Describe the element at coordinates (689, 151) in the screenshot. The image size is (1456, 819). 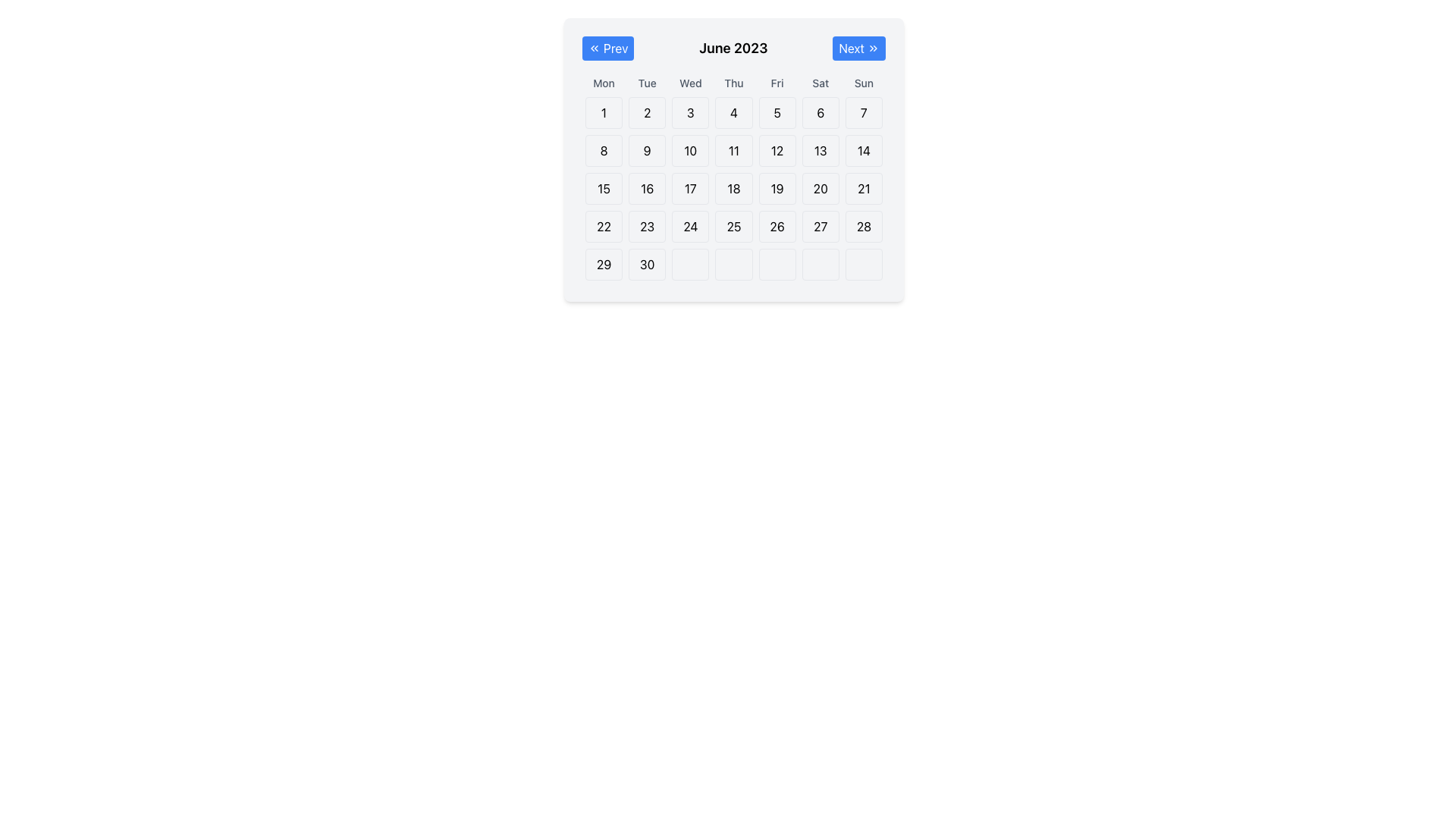
I see `the date selection button labeled '10', which is a small square with rounded corners, positioned in the second row of the calendar for June 2023` at that location.